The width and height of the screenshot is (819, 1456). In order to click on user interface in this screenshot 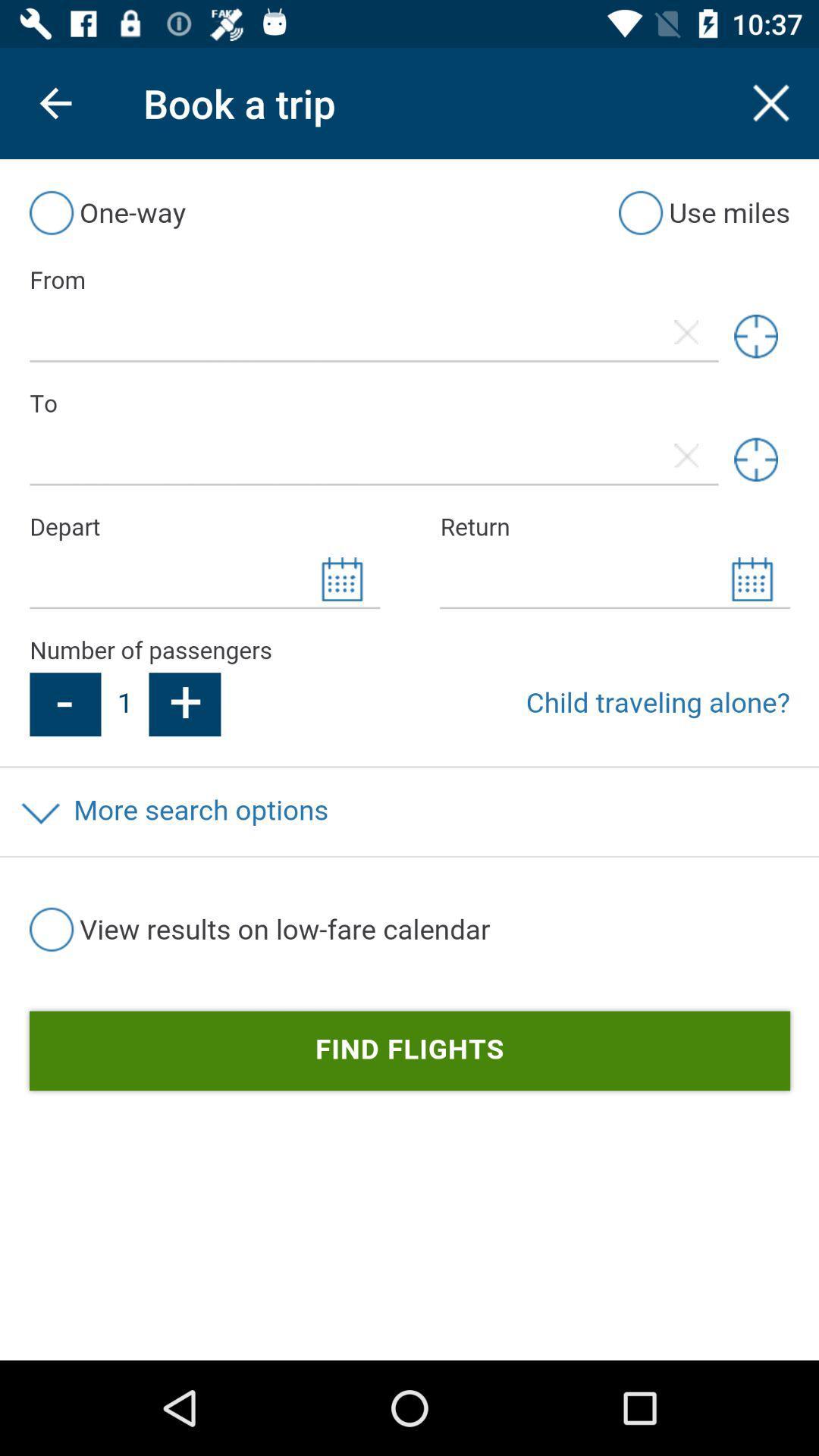, I will do `click(409, 760)`.